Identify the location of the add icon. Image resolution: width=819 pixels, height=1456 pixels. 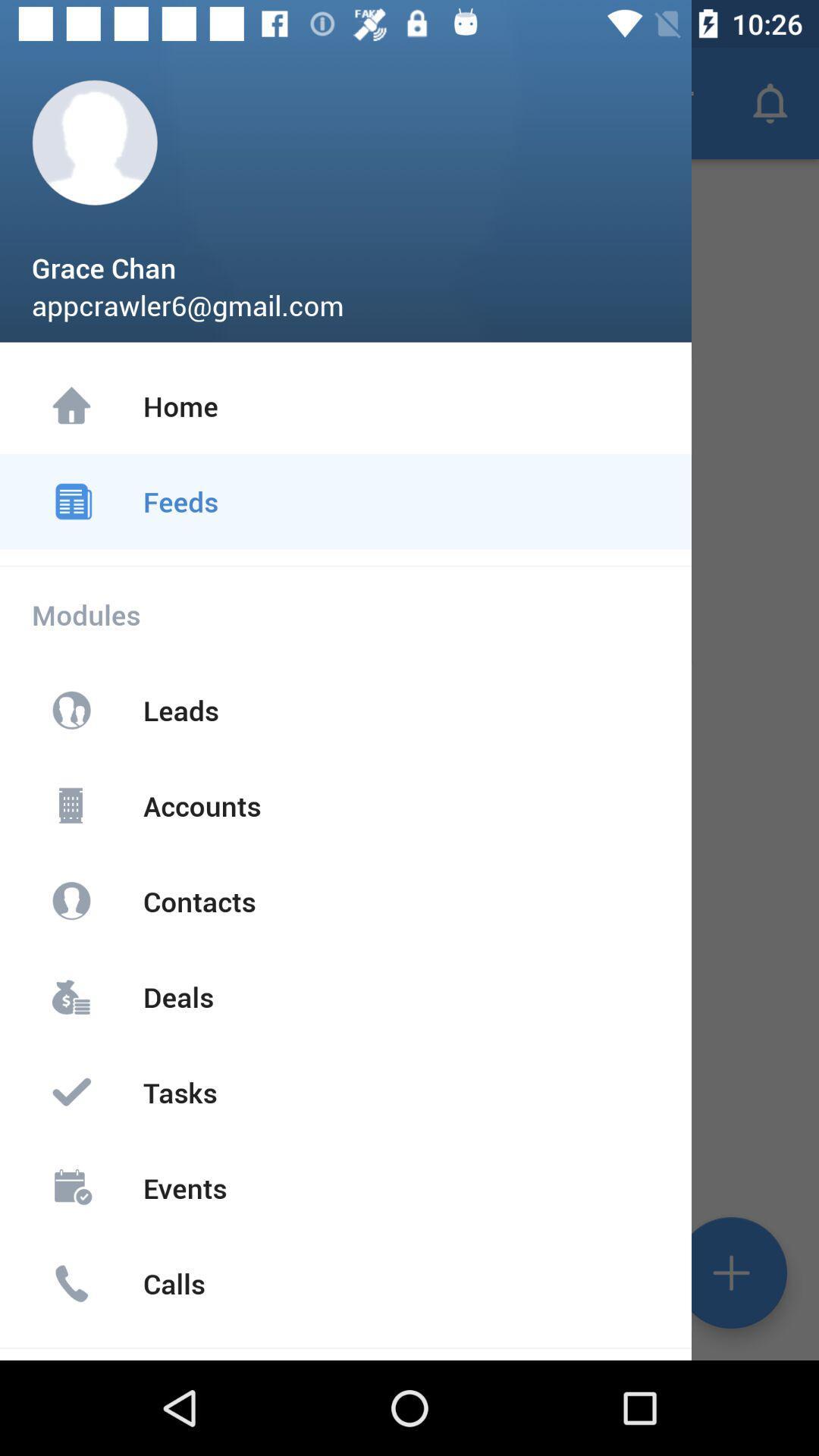
(730, 1272).